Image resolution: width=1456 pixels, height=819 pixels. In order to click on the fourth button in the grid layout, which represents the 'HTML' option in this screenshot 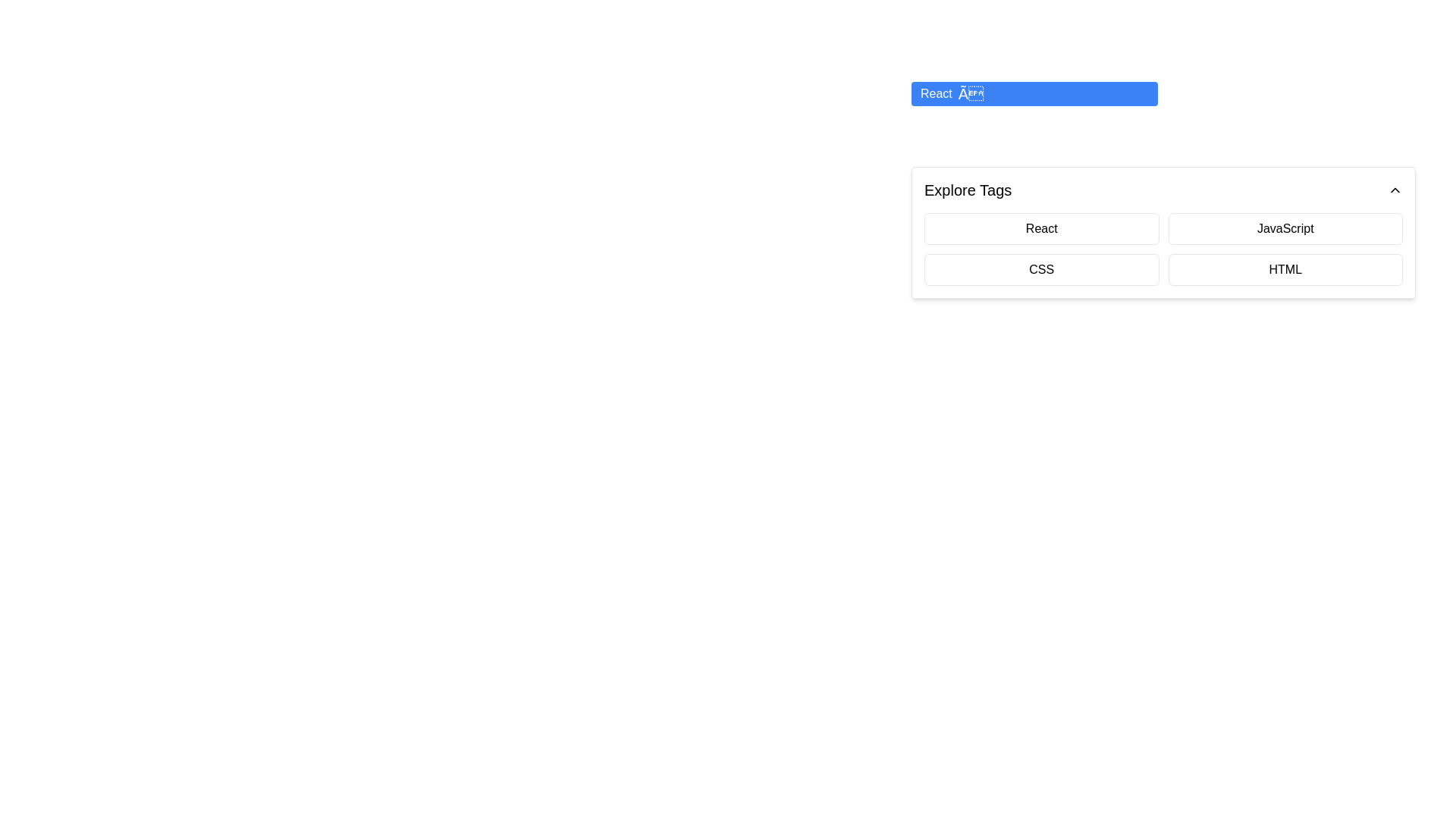, I will do `click(1285, 268)`.